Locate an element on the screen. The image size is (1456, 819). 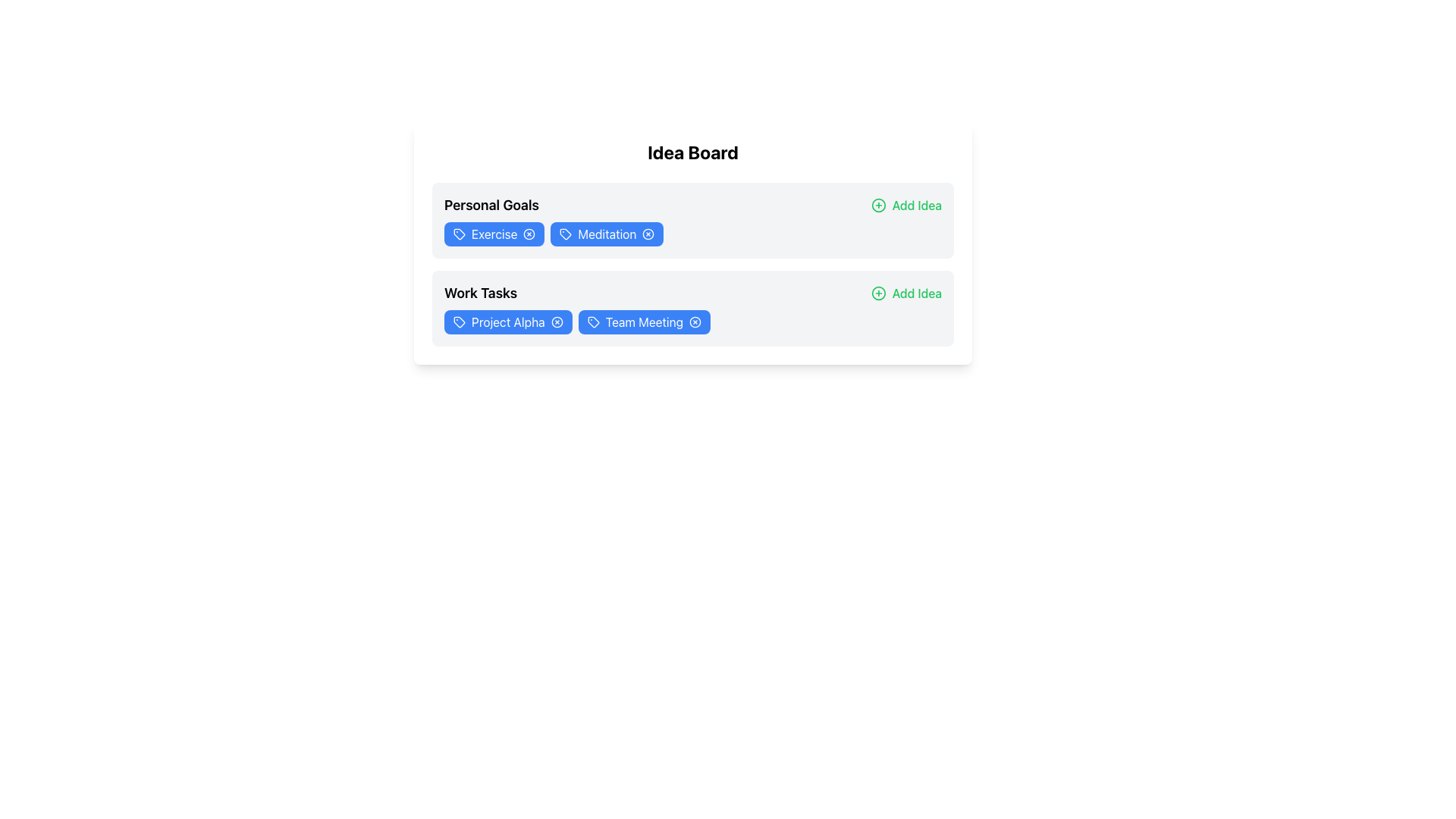
the small circular SVG element that serves as the outer boundary of the close icon in the 'Meditation' tag under the 'Personal Goals' section is located at coordinates (648, 234).